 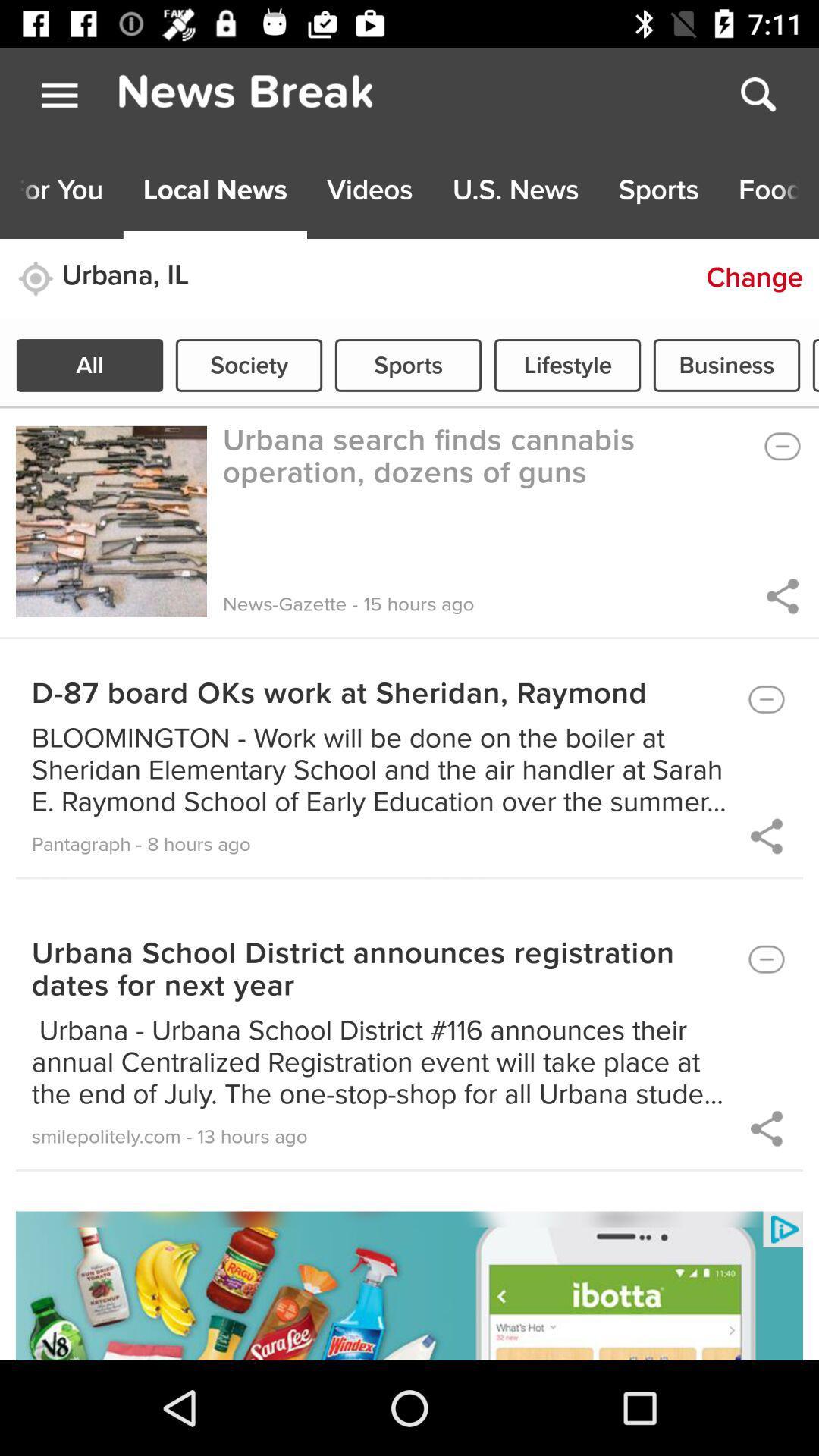 What do you see at coordinates (110, 521) in the screenshot?
I see `the first image under all button` at bounding box center [110, 521].